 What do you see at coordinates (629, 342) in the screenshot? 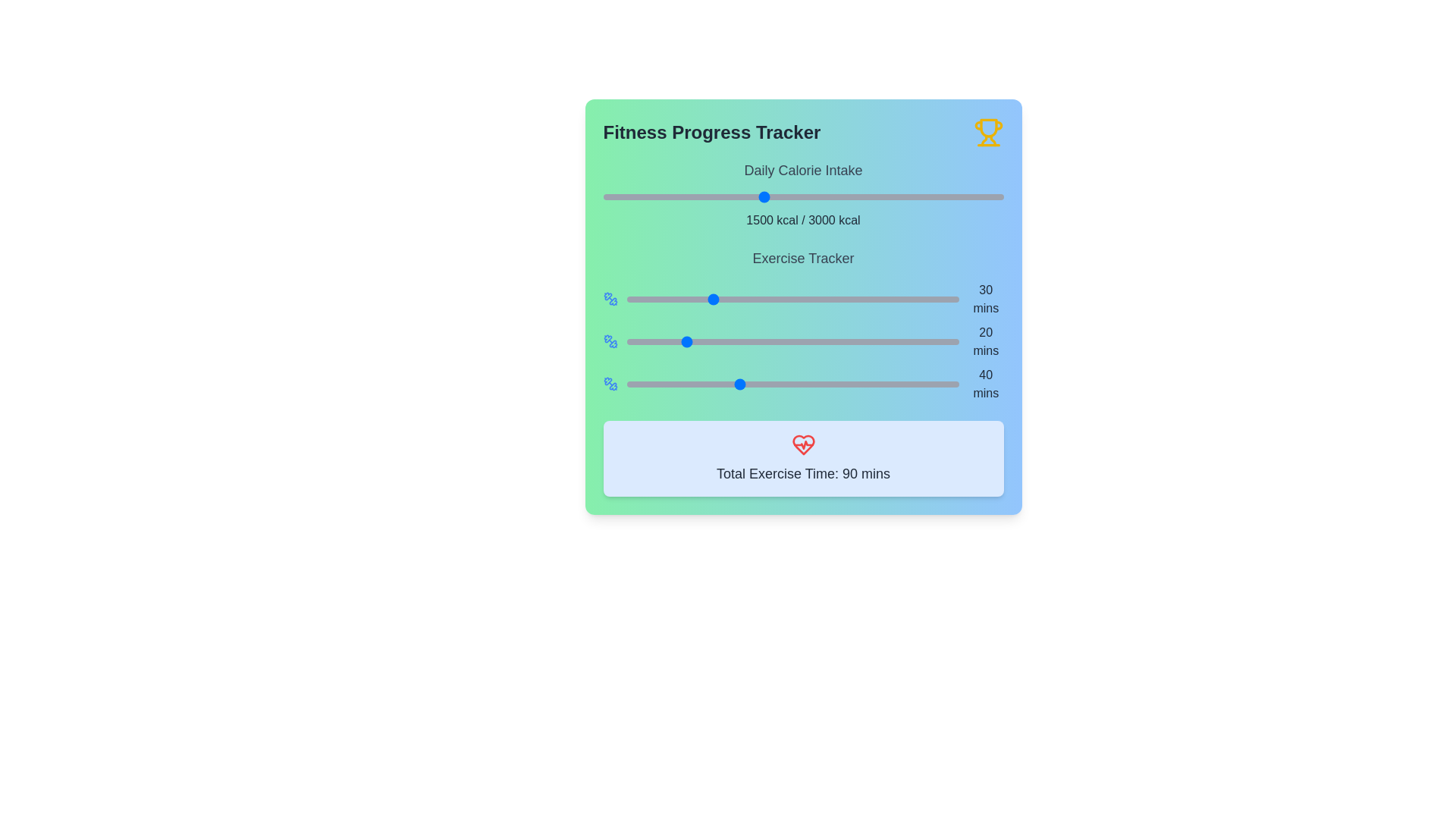
I see `the slider value` at bounding box center [629, 342].